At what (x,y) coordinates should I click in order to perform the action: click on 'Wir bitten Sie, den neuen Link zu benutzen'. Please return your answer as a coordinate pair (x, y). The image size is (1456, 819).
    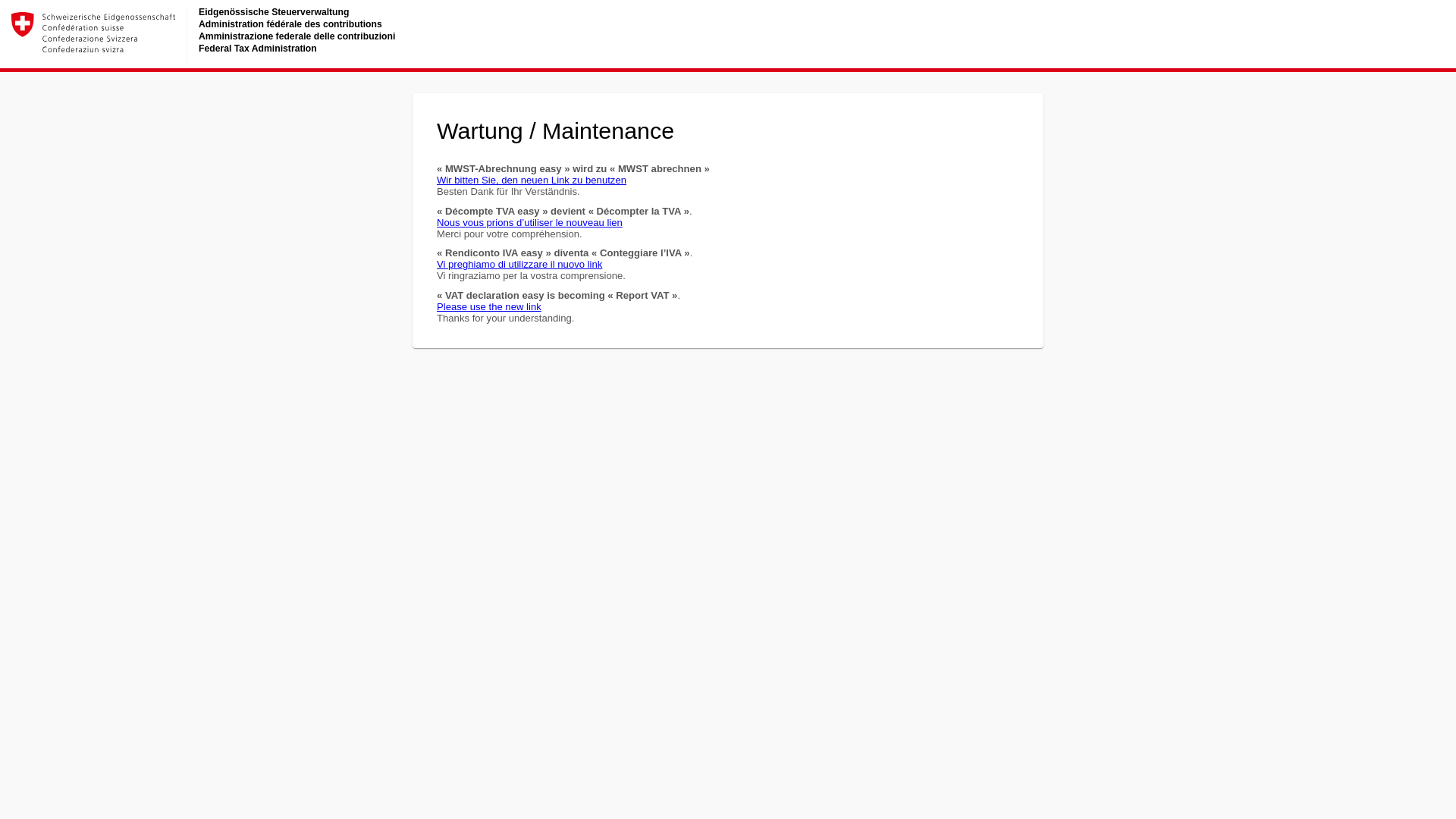
    Looking at the image, I should click on (436, 179).